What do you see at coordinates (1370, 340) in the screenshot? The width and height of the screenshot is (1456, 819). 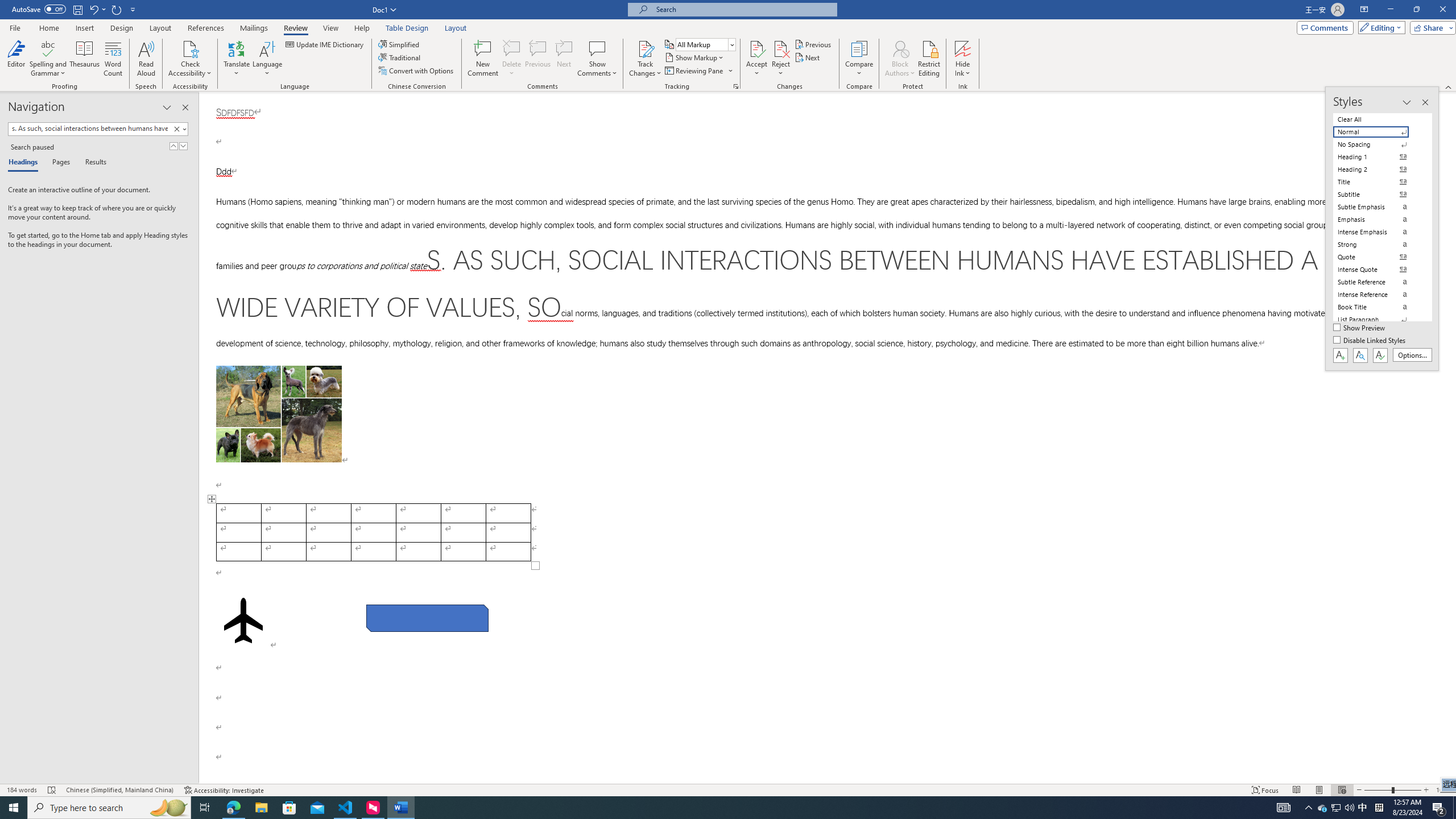 I see `'Disable Linked Styles'` at bounding box center [1370, 340].